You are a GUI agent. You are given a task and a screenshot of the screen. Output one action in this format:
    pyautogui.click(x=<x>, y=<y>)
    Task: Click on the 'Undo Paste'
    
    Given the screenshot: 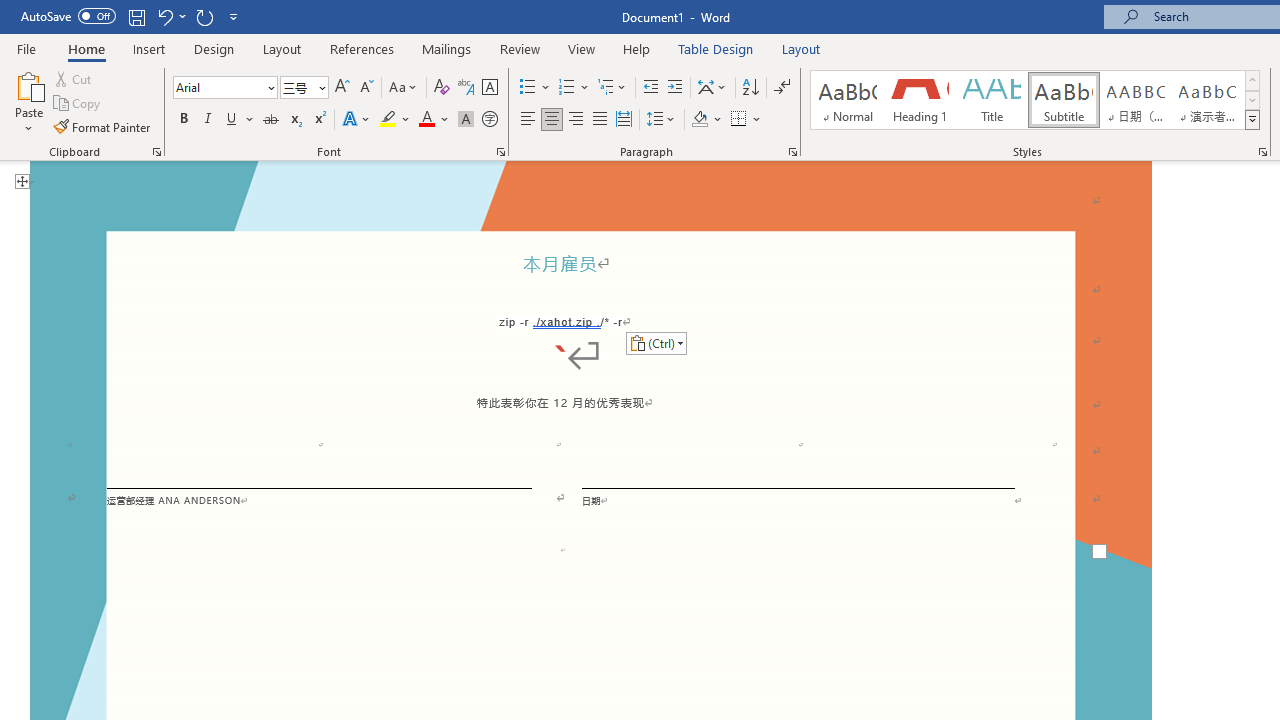 What is the action you would take?
    pyautogui.click(x=170, y=16)
    